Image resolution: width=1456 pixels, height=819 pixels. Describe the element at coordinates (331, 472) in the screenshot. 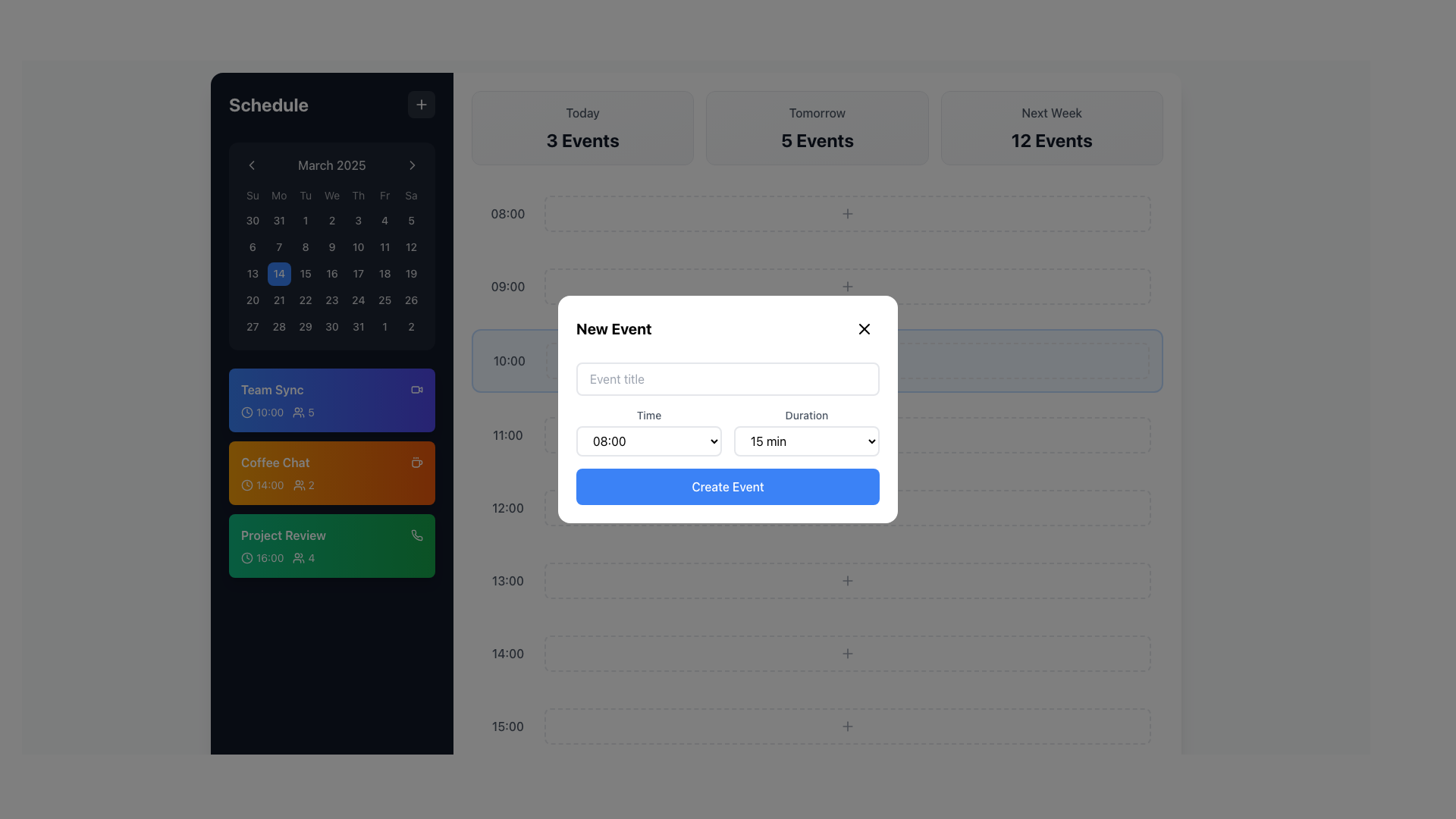

I see `the 'Coffee Chat' button located in the 'Schedule' section` at that location.